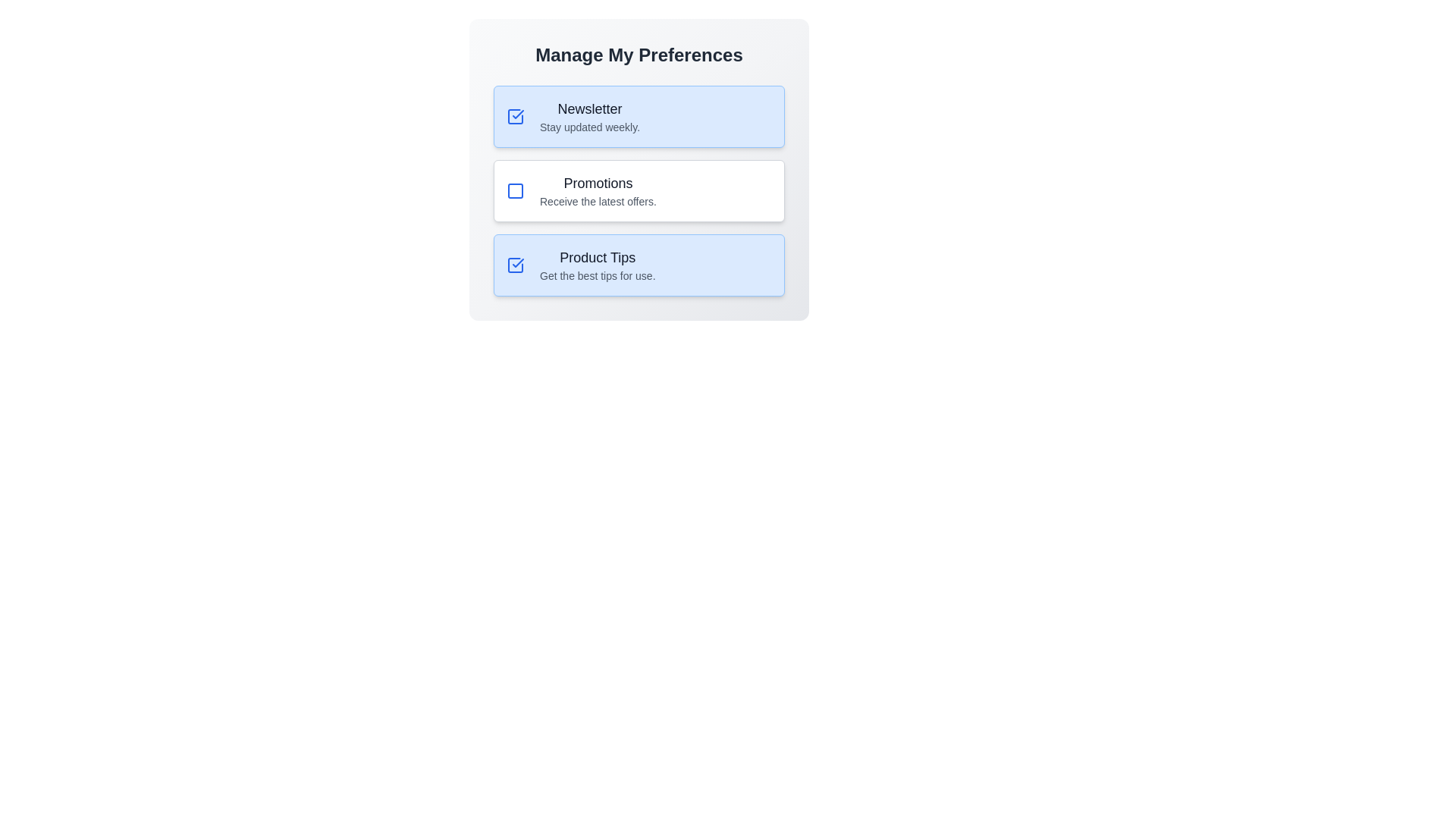 The width and height of the screenshot is (1456, 819). I want to click on the 'Promotions' preference option description, which is a static text element located centrally within its white rounded rectangular section, positioned between 'Newsletter' and 'Product Tips', so click(597, 190).